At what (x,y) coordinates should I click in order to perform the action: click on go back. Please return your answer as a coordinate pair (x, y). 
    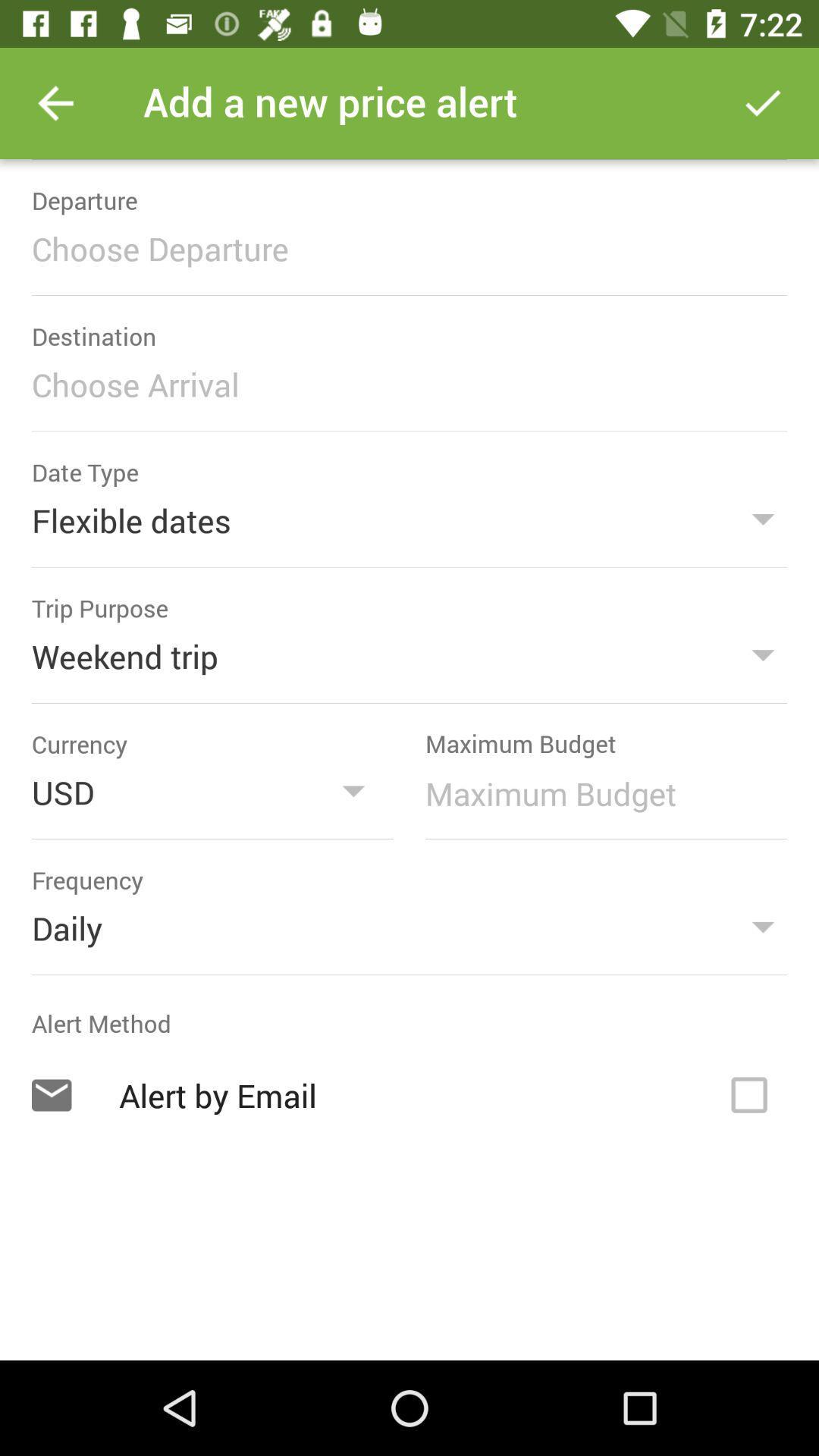
    Looking at the image, I should click on (55, 102).